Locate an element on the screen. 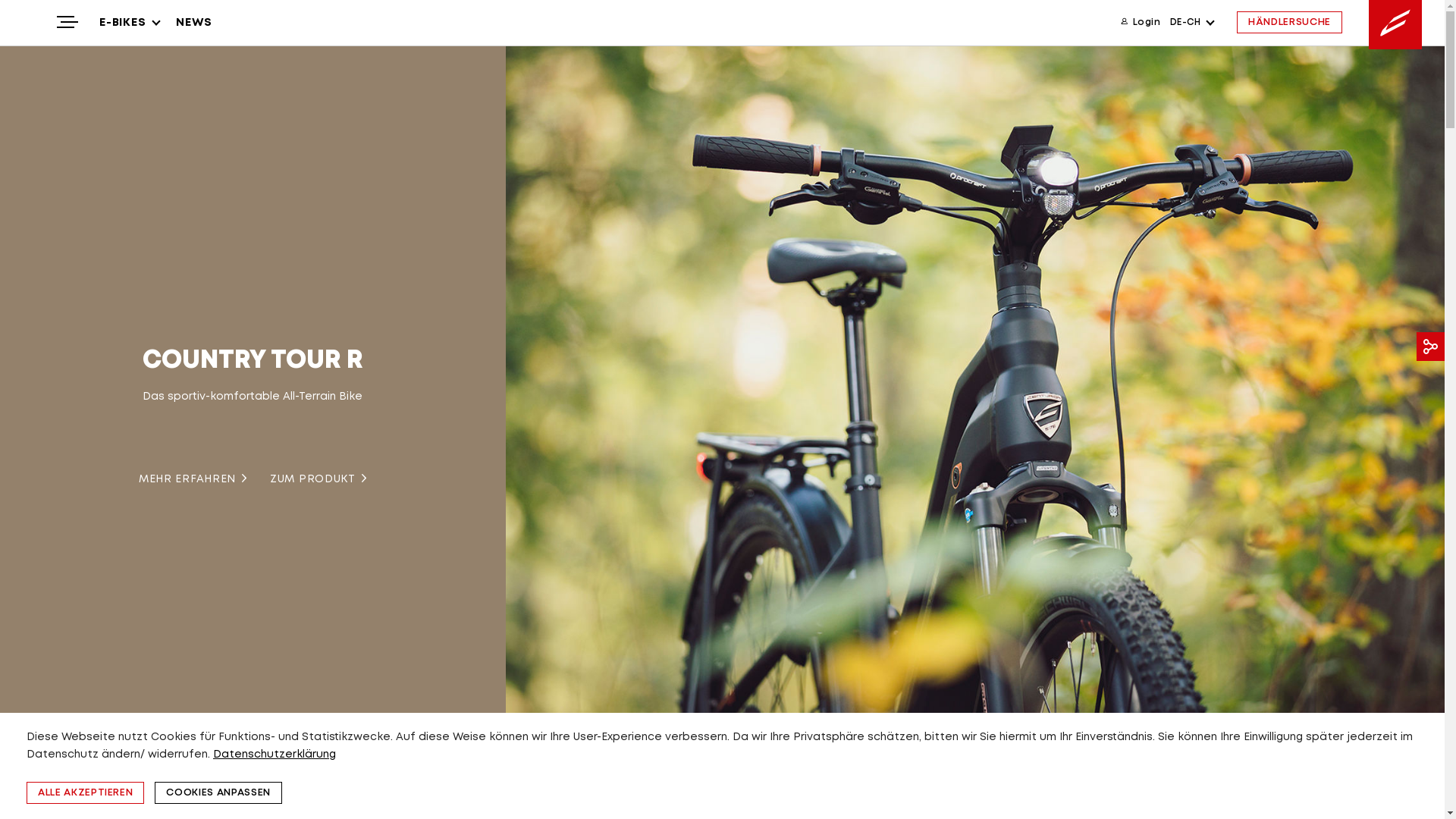 The height and width of the screenshot is (819, 1456). 'Login' is located at coordinates (1140, 22).